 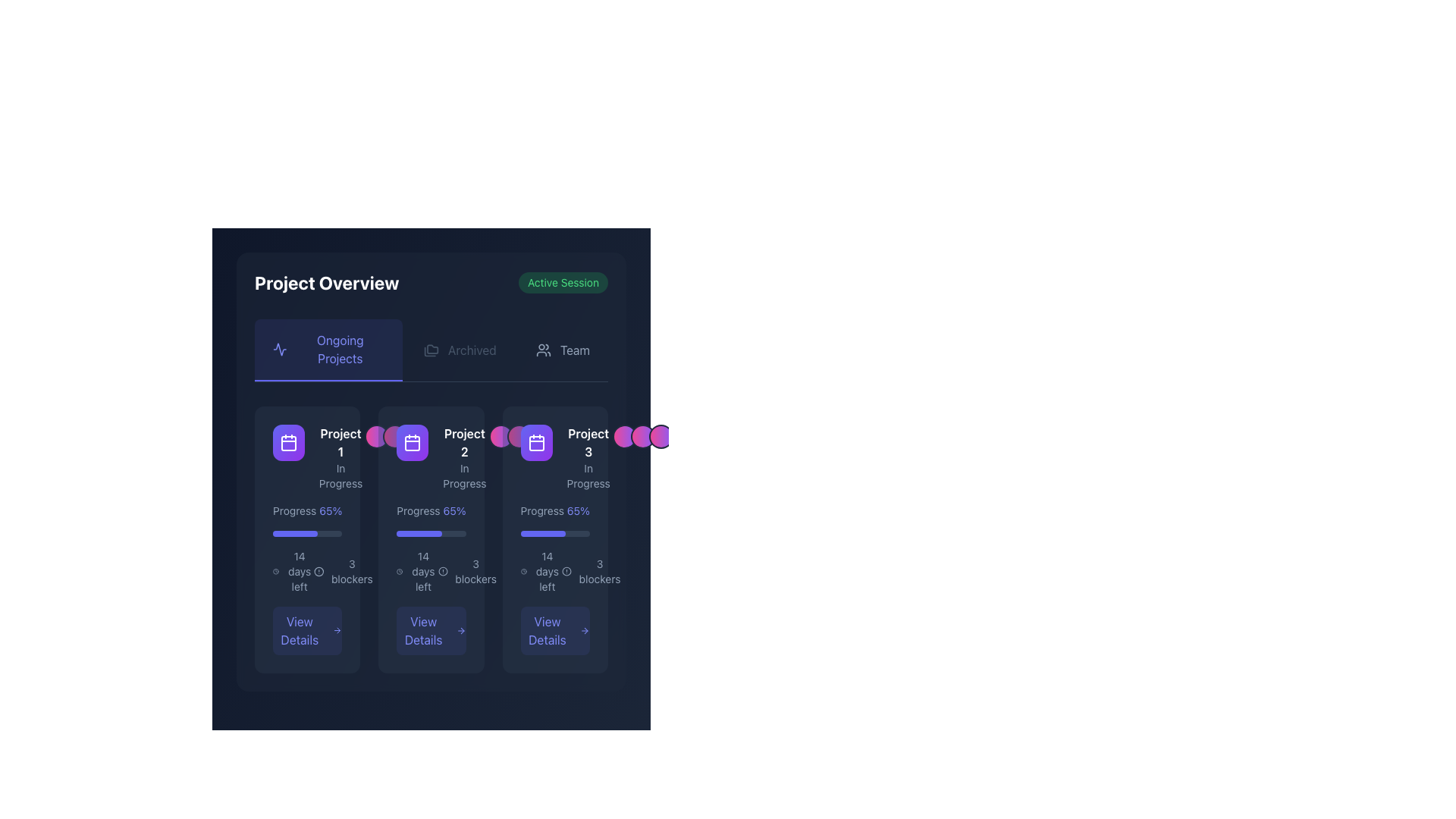 I want to click on the 'Progress' and '65%' static text label, which is part of a card in a grid layout, located above a horizontal progress bar, so click(x=306, y=511).